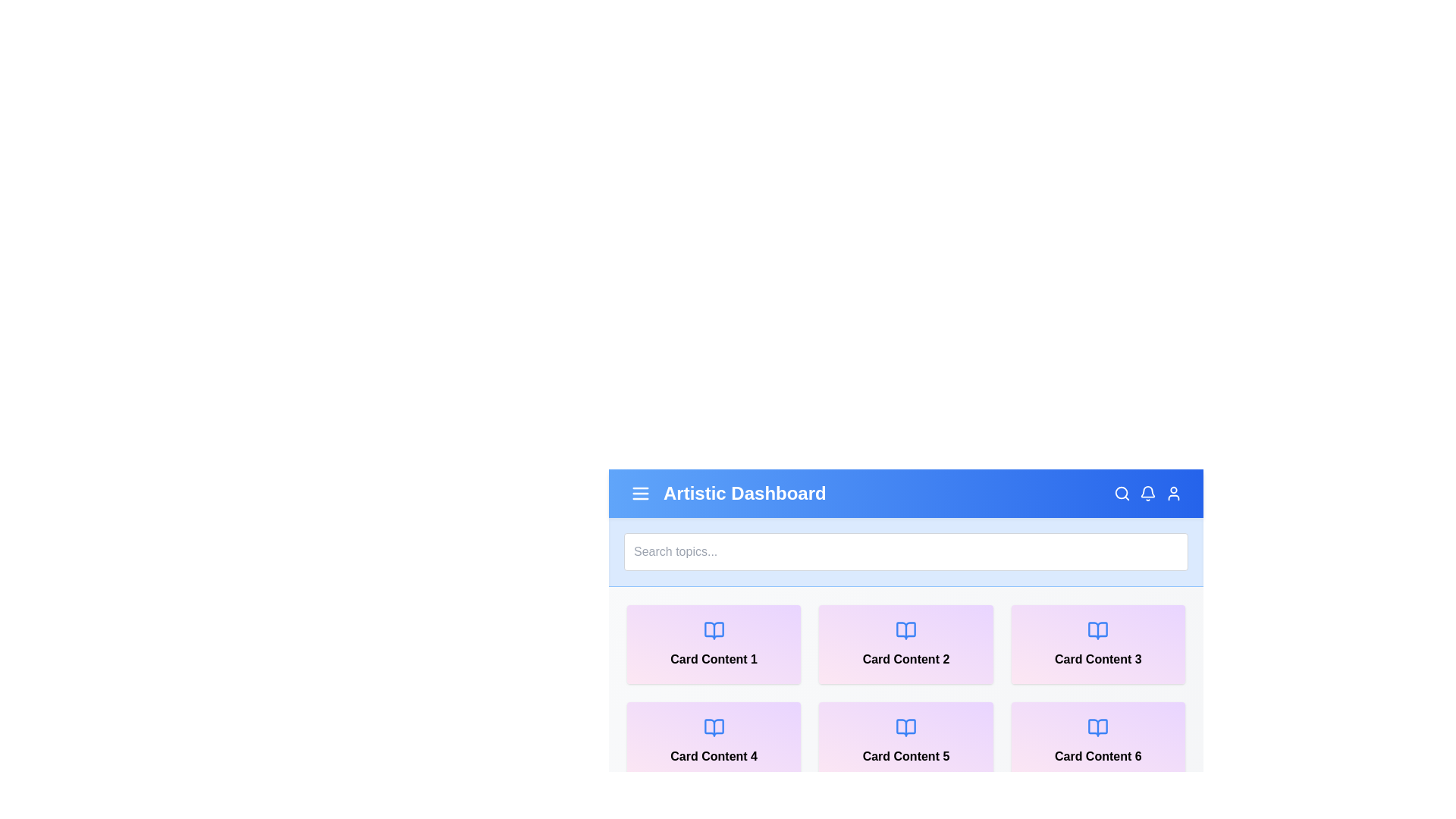  What do you see at coordinates (1173, 494) in the screenshot?
I see `the user icon to access the user profile or settings` at bounding box center [1173, 494].